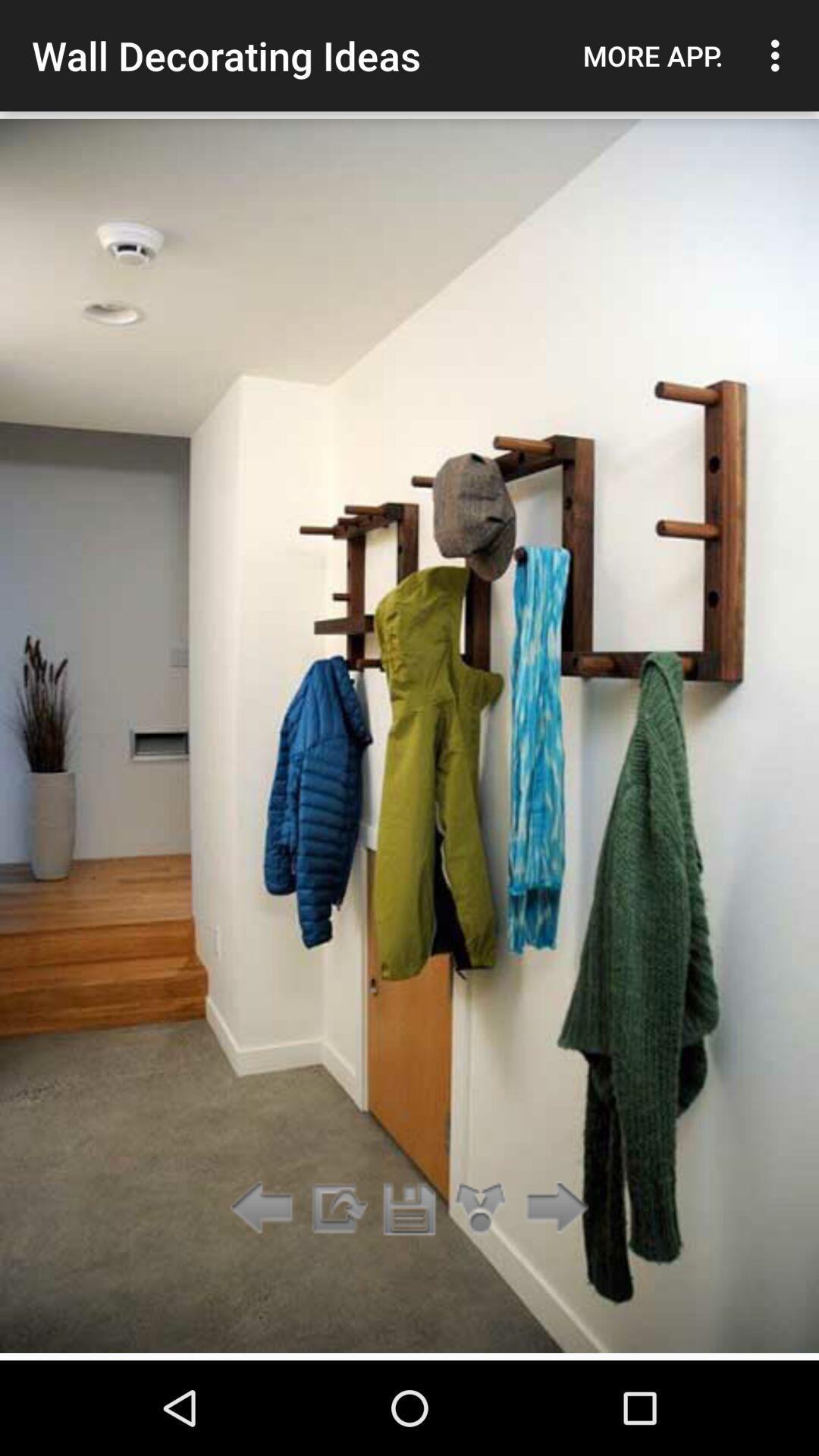 The image size is (819, 1456). I want to click on the share icon, so click(481, 1208).